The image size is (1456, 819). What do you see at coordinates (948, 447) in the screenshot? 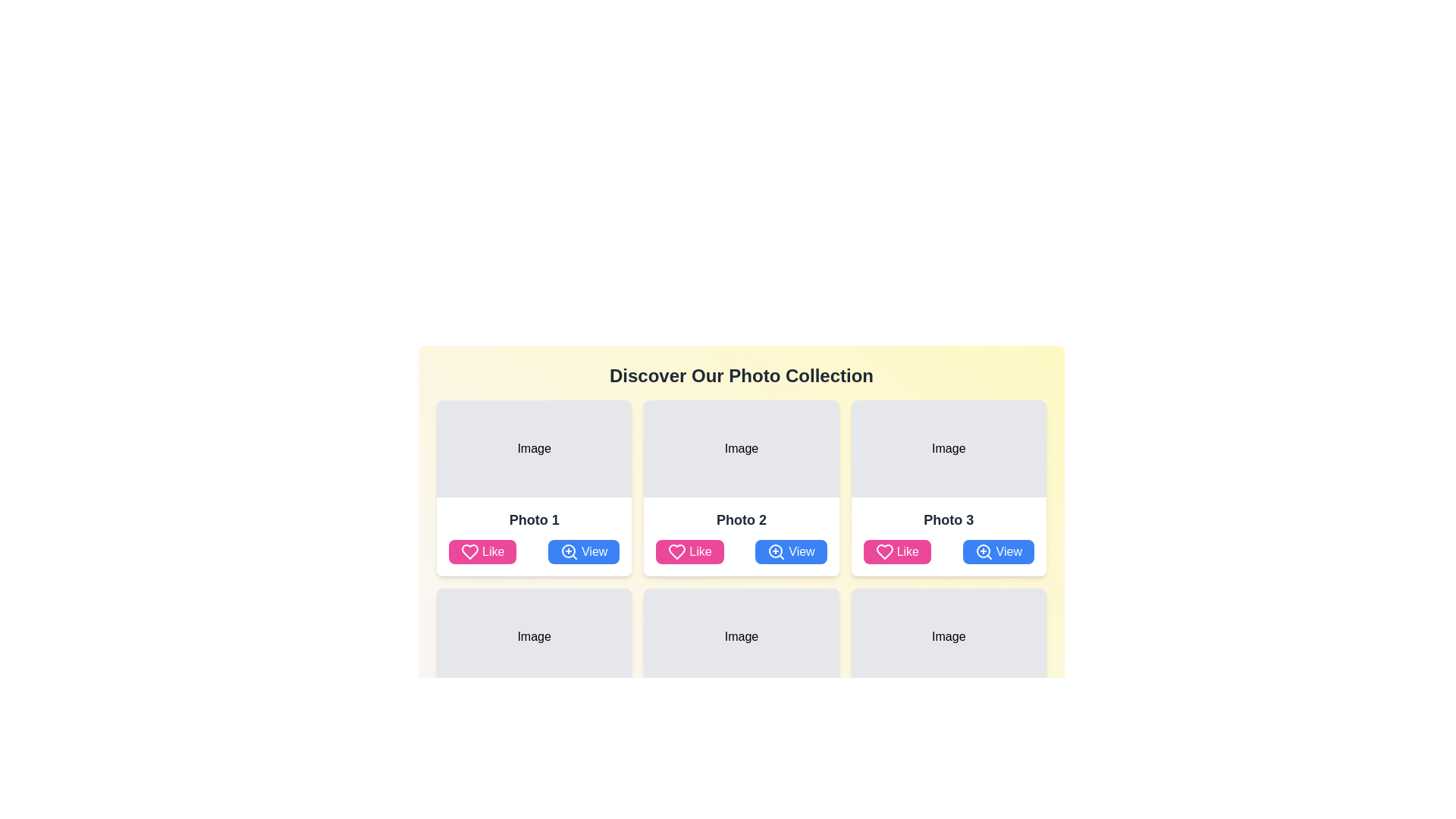
I see `the image placeholder located at the top of the card labeled 'Photo 3' in the top-right corner of the grid layout` at bounding box center [948, 447].